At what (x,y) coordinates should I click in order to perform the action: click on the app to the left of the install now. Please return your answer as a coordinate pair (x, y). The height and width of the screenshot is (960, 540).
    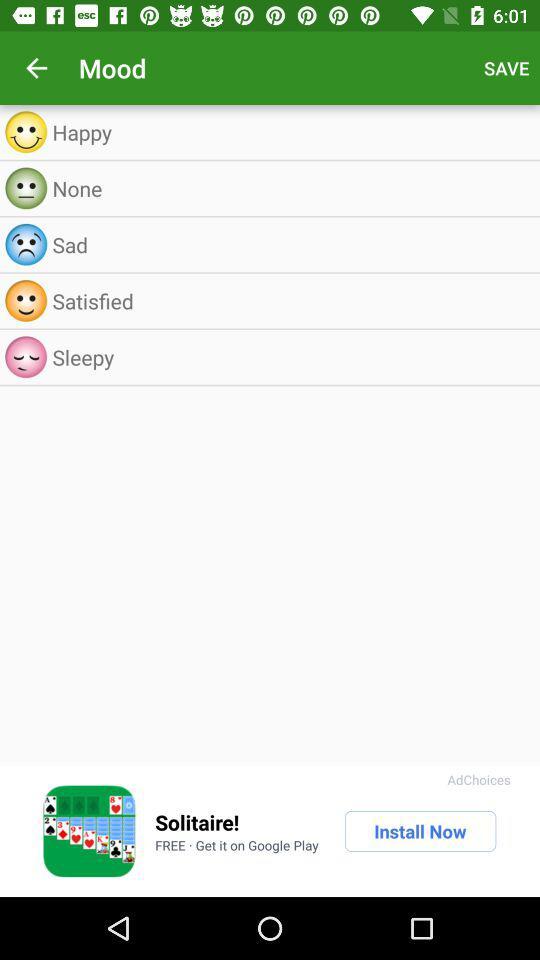
    Looking at the image, I should click on (237, 844).